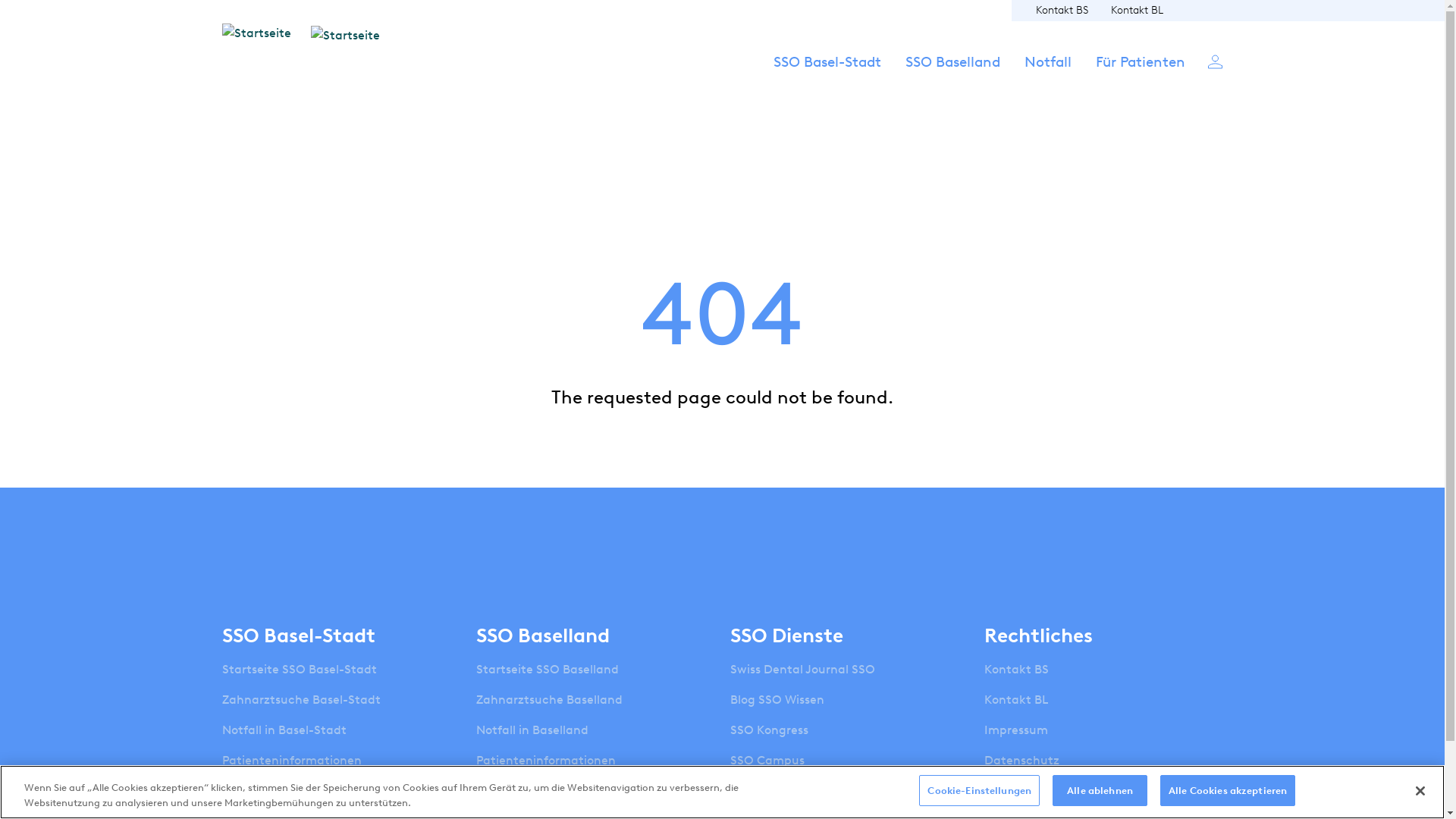 This screenshot has height=819, width=1456. What do you see at coordinates (1015, 730) in the screenshot?
I see `'Impressum'` at bounding box center [1015, 730].